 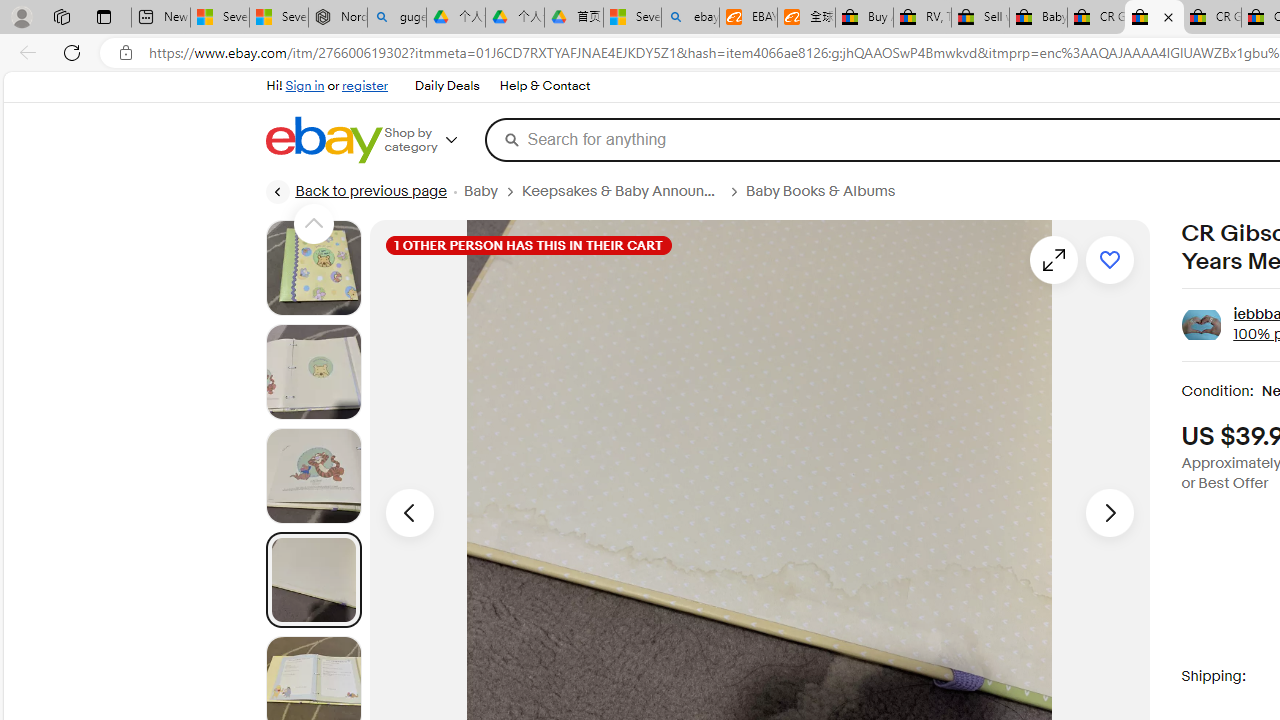 I want to click on 'Add to watchlist', so click(x=1108, y=258).